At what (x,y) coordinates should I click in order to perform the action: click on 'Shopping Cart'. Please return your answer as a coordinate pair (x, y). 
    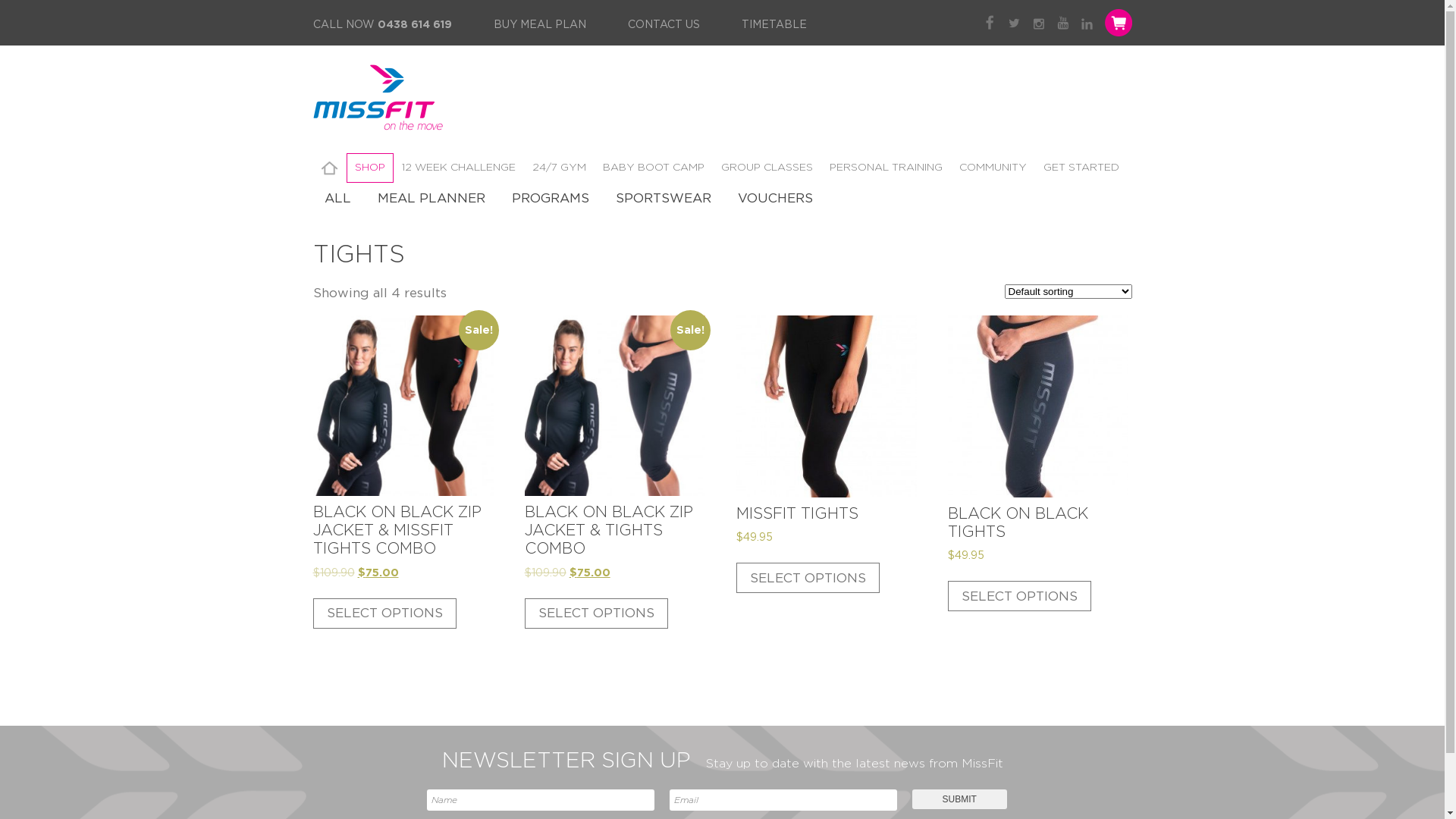
    Looking at the image, I should click on (1116, 23).